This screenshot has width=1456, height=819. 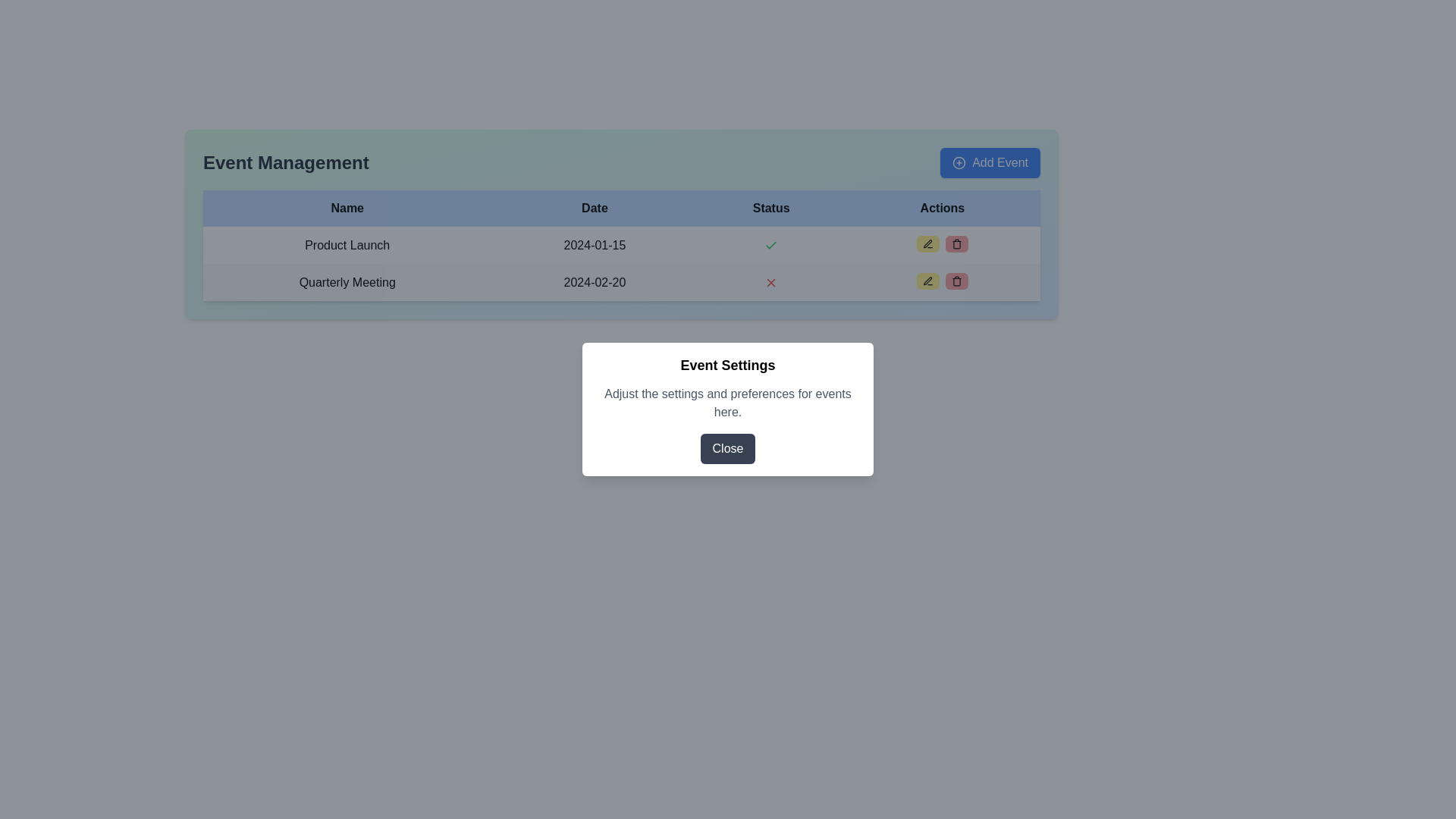 What do you see at coordinates (942, 208) in the screenshot?
I see `the 'Actions' text label located in the last cell of the header row of the table, which is bold and centered with a black font color` at bounding box center [942, 208].